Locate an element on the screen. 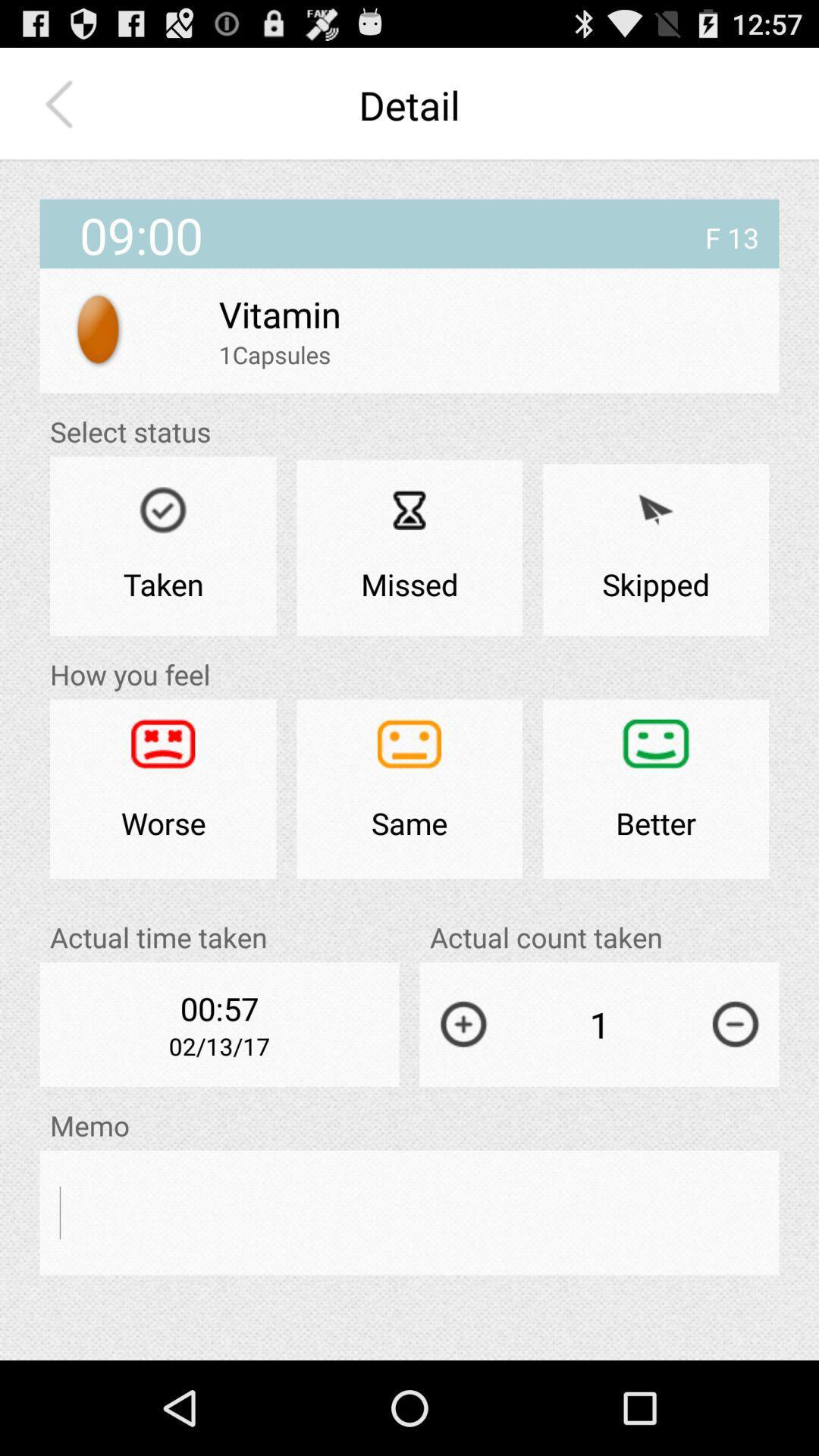  the icon next to the same is located at coordinates (655, 789).